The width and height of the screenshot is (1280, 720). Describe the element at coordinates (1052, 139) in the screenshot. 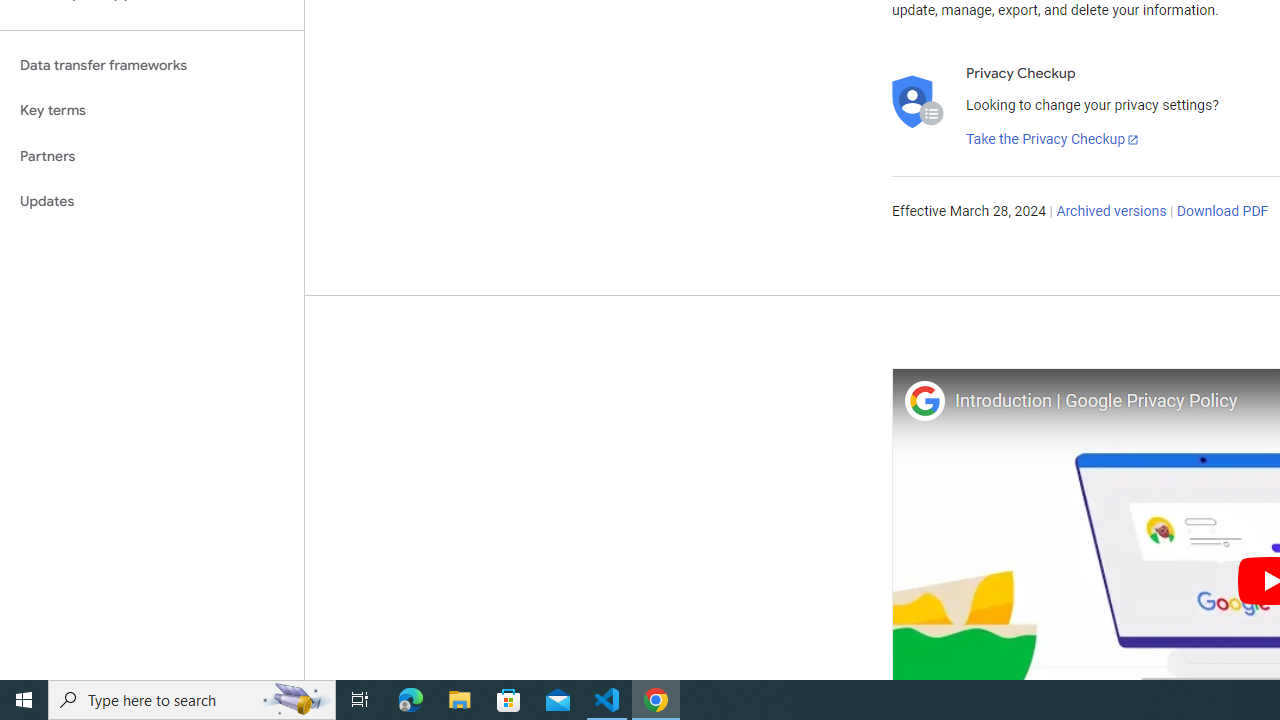

I see `'Take the Privacy Checkup'` at that location.